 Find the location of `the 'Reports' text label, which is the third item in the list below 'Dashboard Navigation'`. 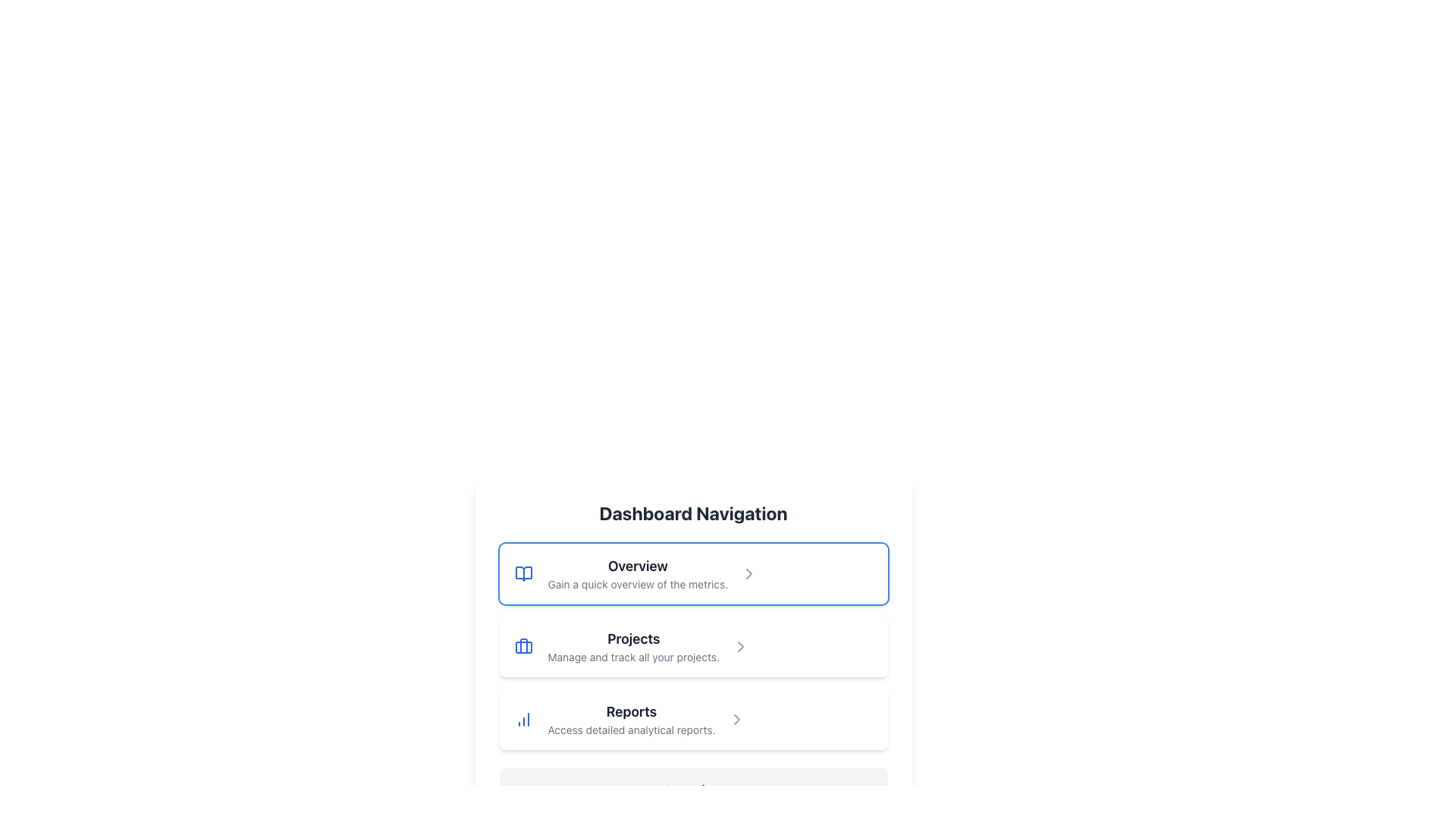

the 'Reports' text label, which is the third item in the list below 'Dashboard Navigation' is located at coordinates (632, 718).